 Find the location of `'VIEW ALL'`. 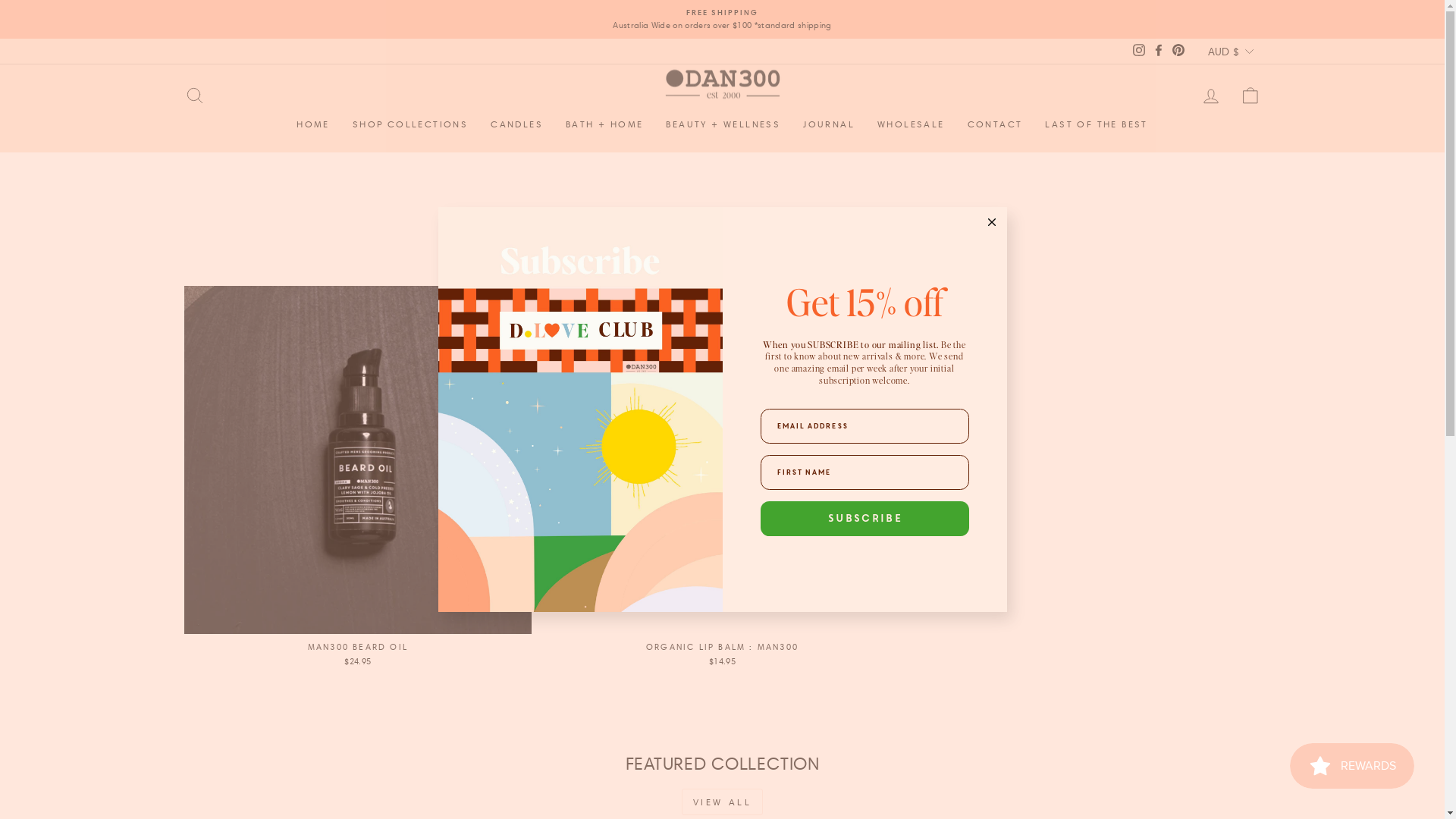

'VIEW ALL' is located at coordinates (722, 801).